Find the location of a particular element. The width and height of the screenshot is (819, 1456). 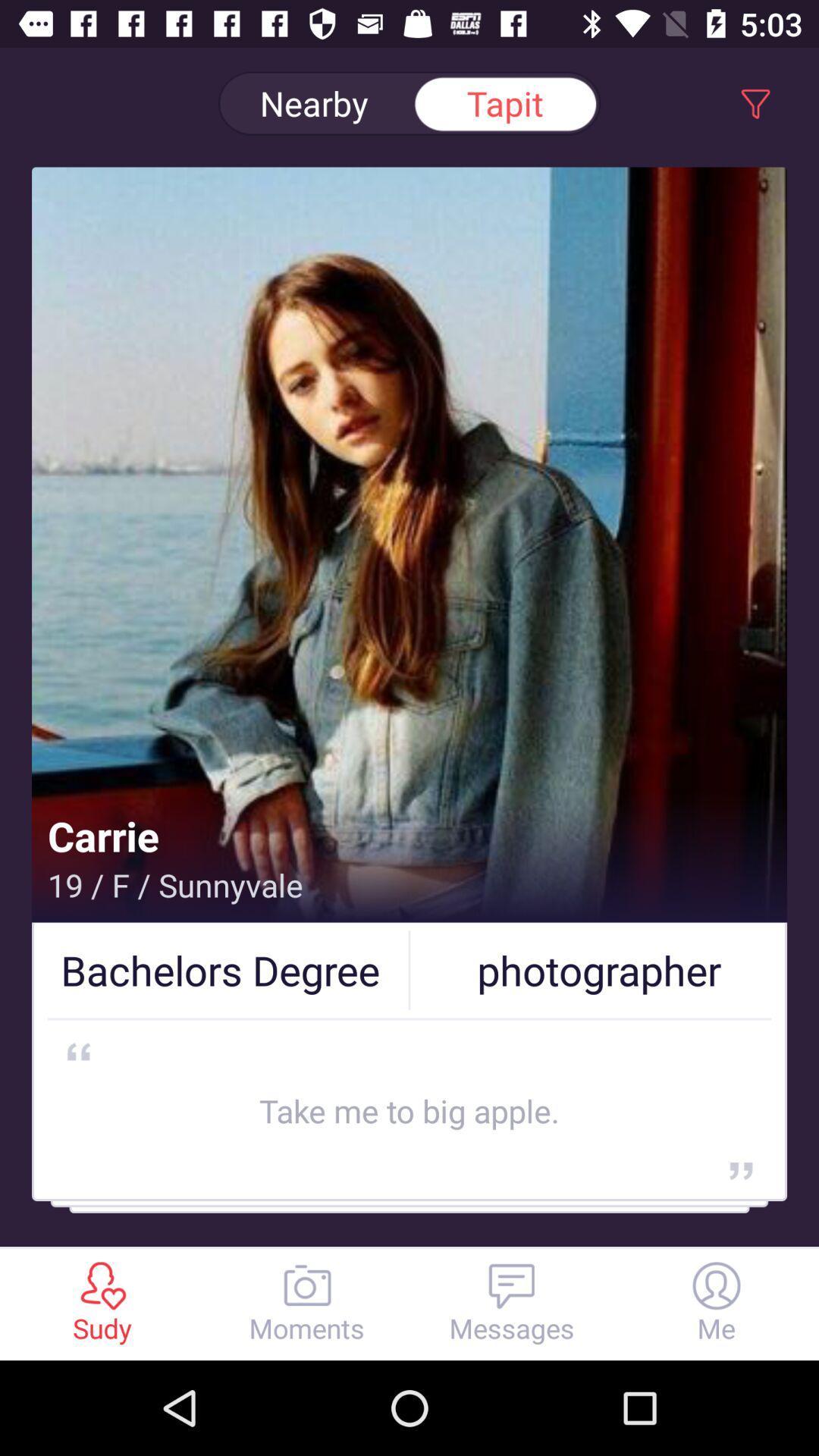

the study icon which is on the left side at the bottom of the page is located at coordinates (102, 1285).